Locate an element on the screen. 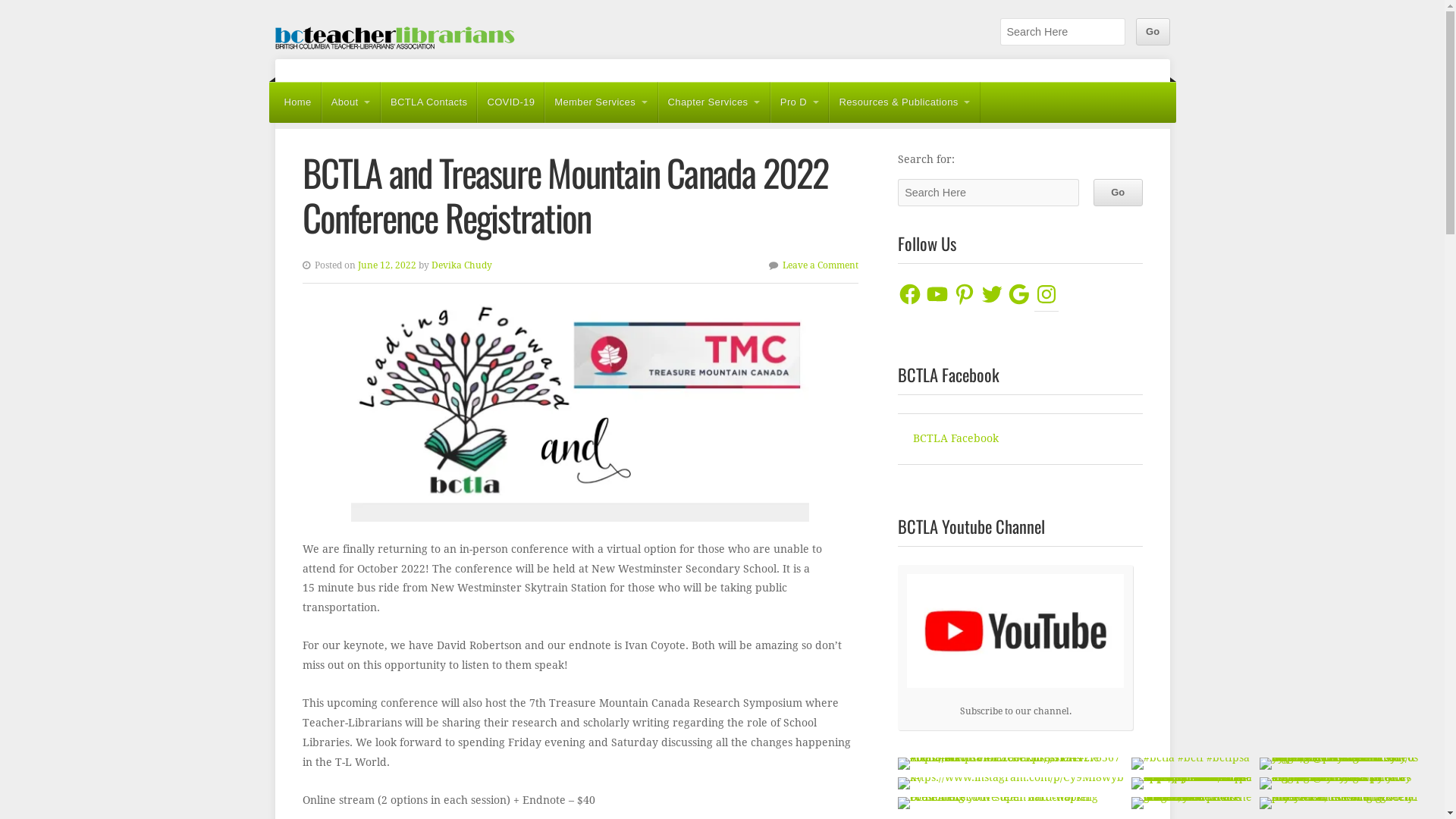  'Devika Chudy' is located at coordinates (460, 265).